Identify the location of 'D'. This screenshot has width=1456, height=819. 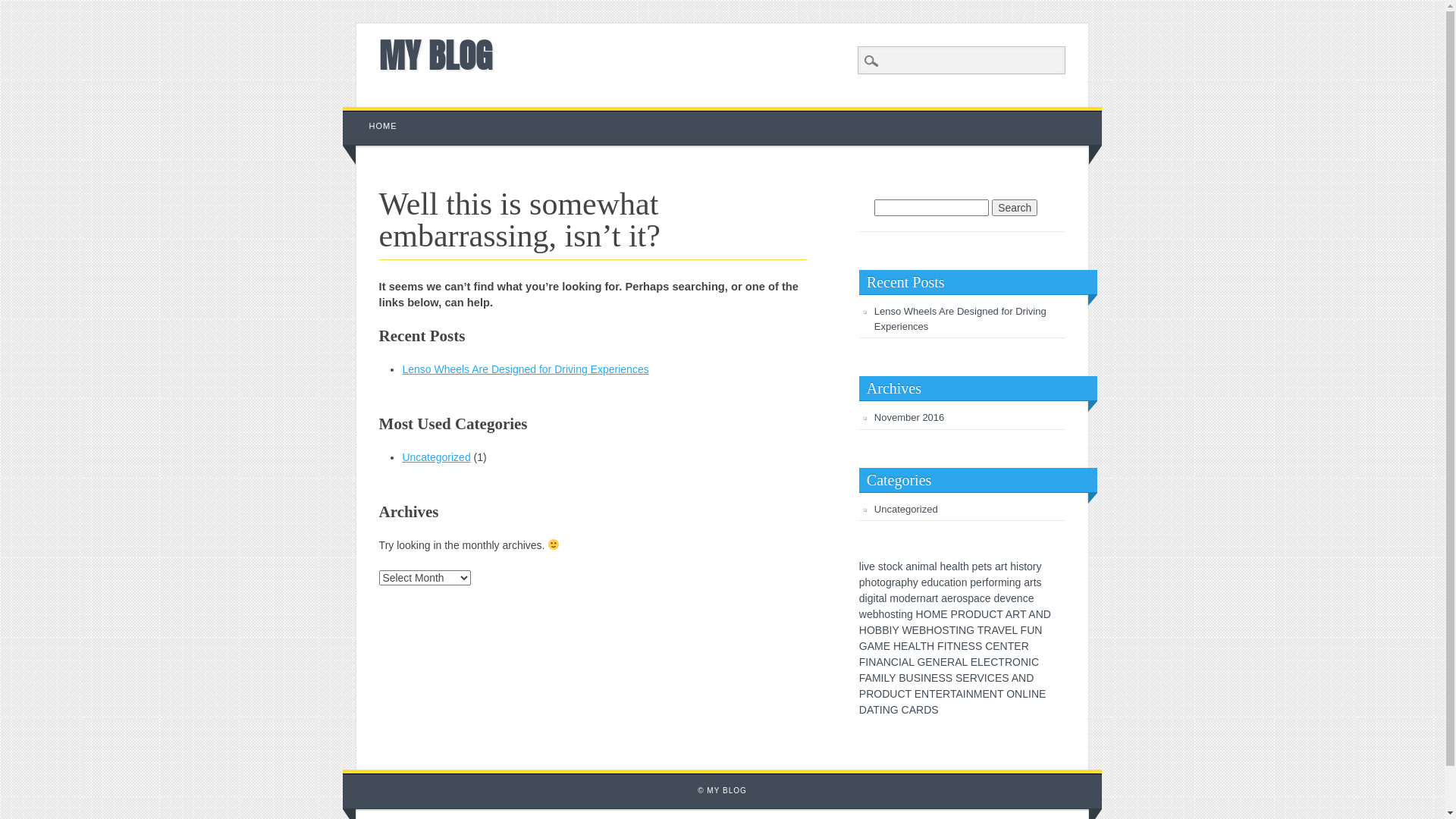
(1026, 677).